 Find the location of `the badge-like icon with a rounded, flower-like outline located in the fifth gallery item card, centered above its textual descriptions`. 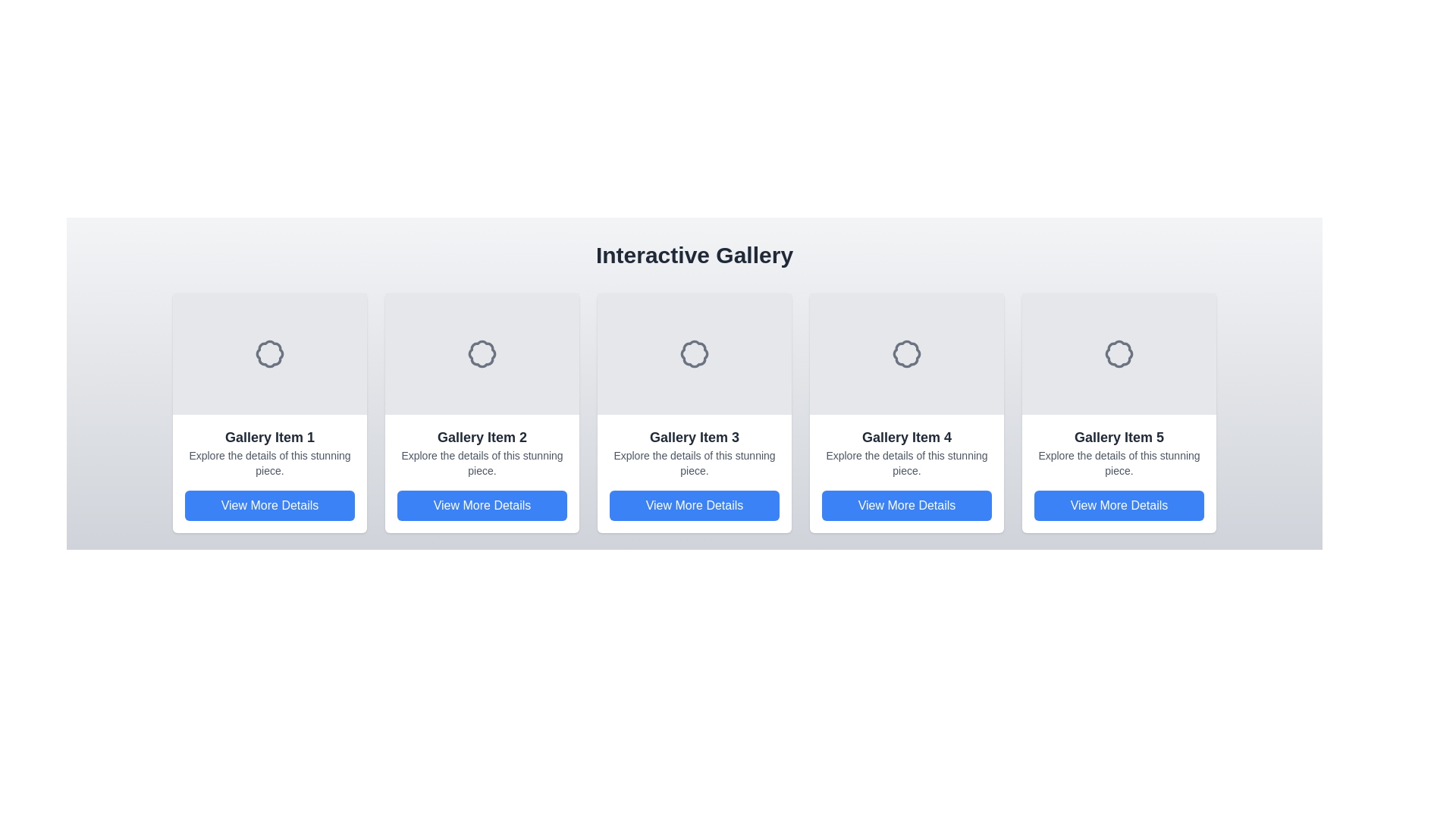

the badge-like icon with a rounded, flower-like outline located in the fifth gallery item card, centered above its textual descriptions is located at coordinates (1119, 353).